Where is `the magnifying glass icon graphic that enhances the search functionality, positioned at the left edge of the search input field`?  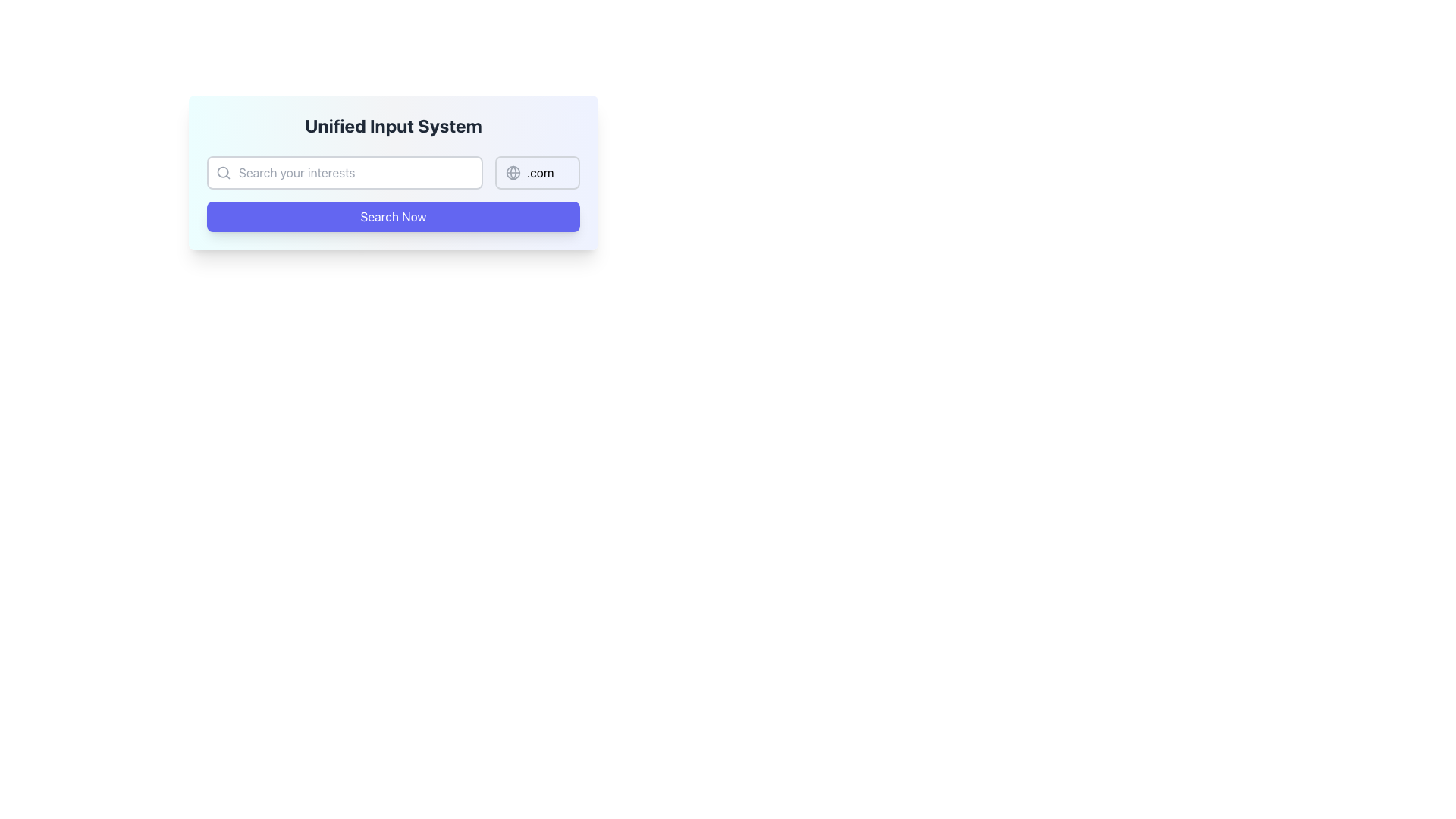 the magnifying glass icon graphic that enhances the search functionality, positioned at the left edge of the search input field is located at coordinates (222, 171).